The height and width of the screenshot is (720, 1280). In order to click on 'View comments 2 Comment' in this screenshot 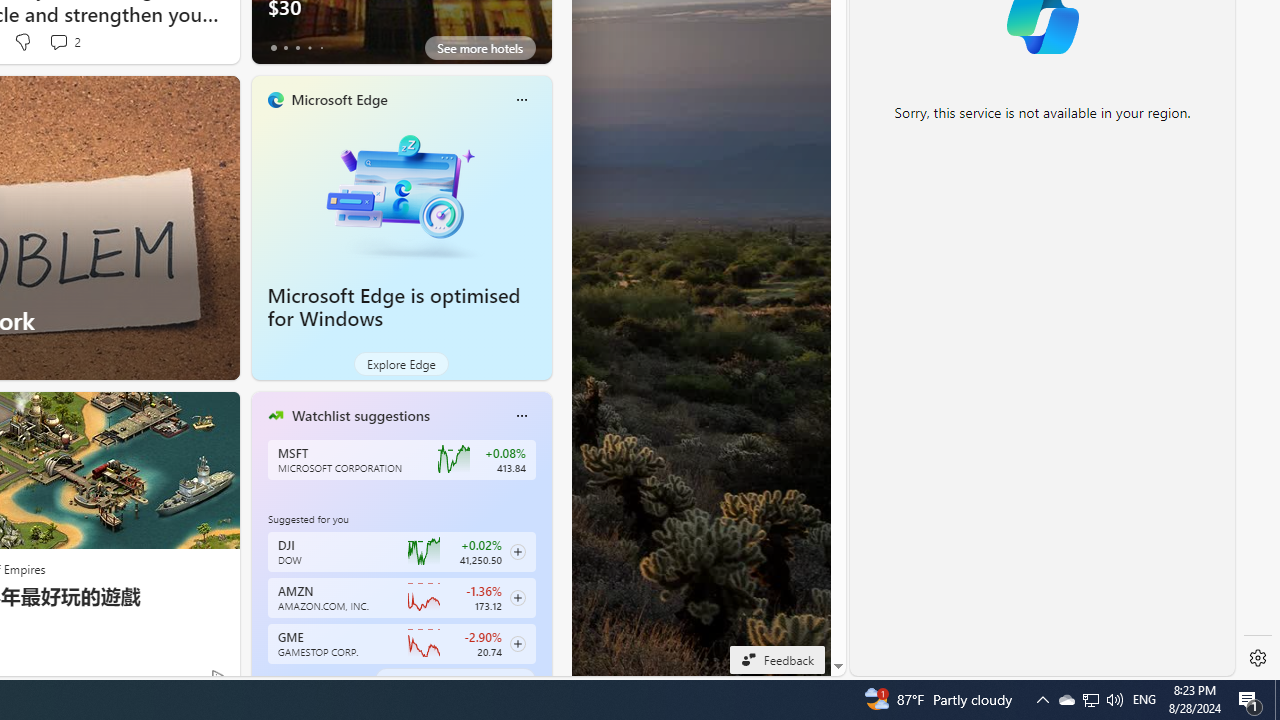, I will do `click(58, 41)`.